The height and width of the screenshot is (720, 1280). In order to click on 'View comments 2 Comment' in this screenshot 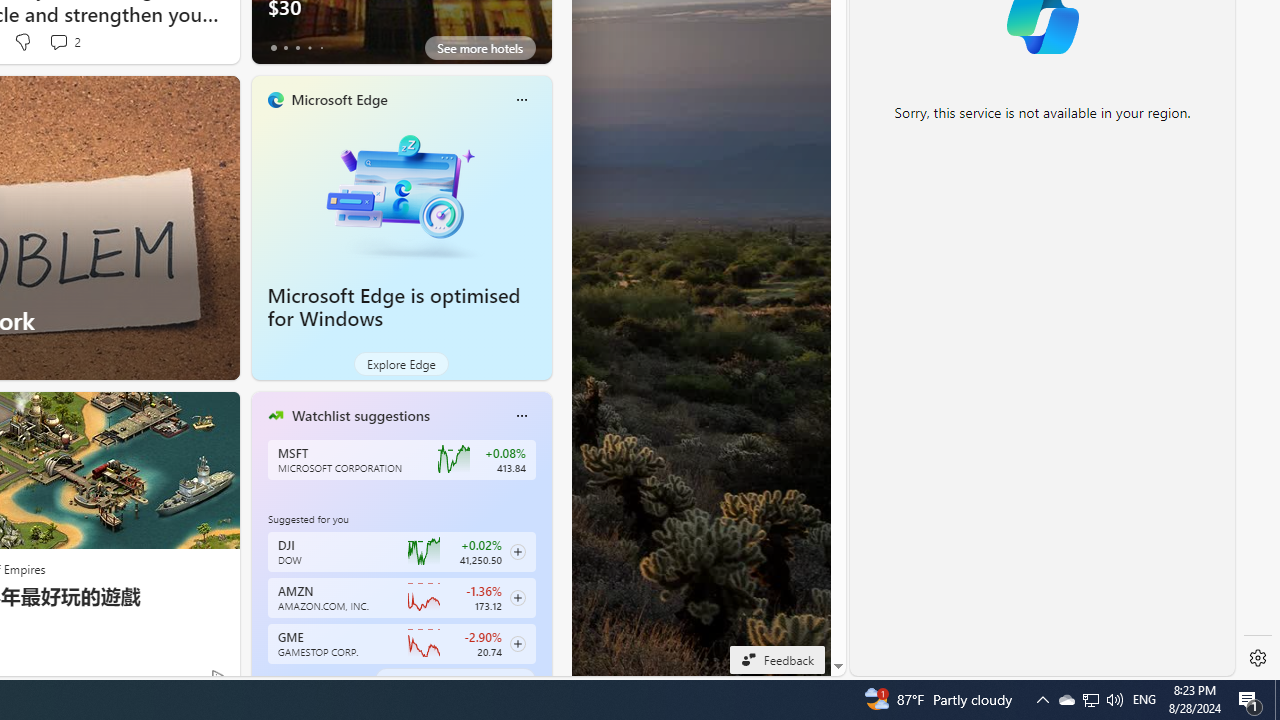, I will do `click(58, 41)`.